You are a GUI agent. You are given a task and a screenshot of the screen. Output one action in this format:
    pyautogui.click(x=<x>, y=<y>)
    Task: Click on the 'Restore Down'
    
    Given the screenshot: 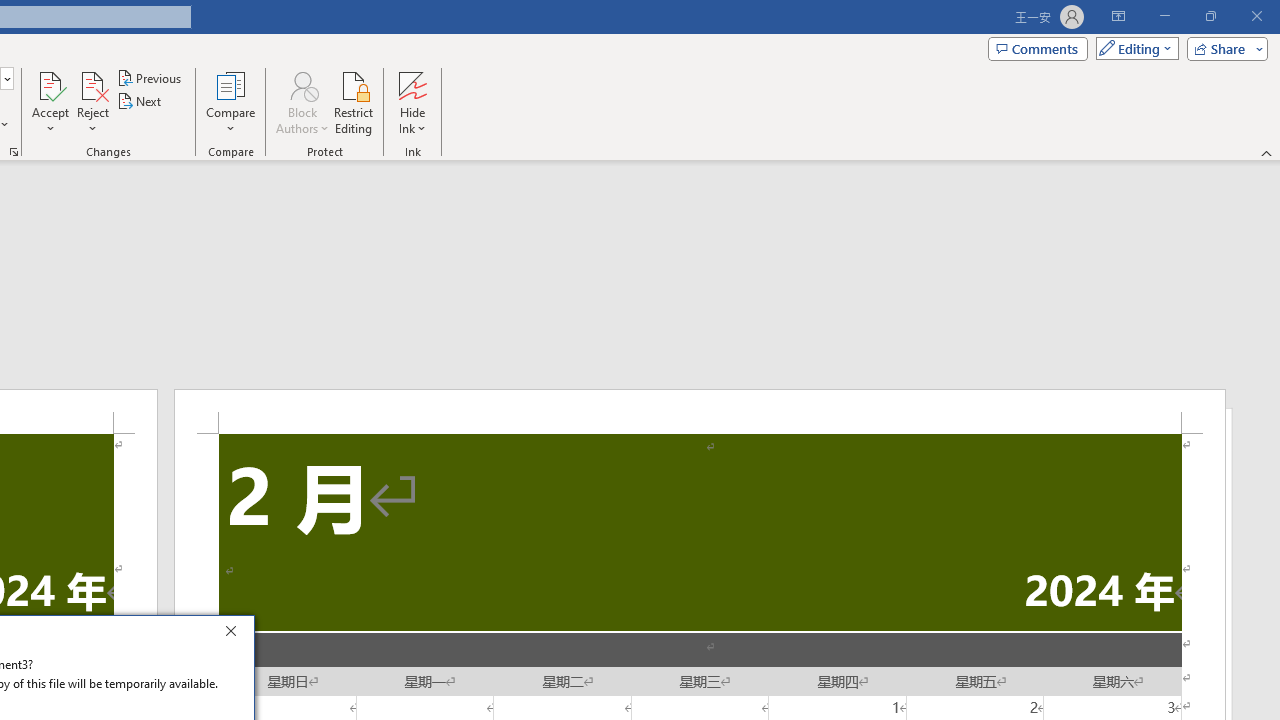 What is the action you would take?
    pyautogui.click(x=1209, y=16)
    